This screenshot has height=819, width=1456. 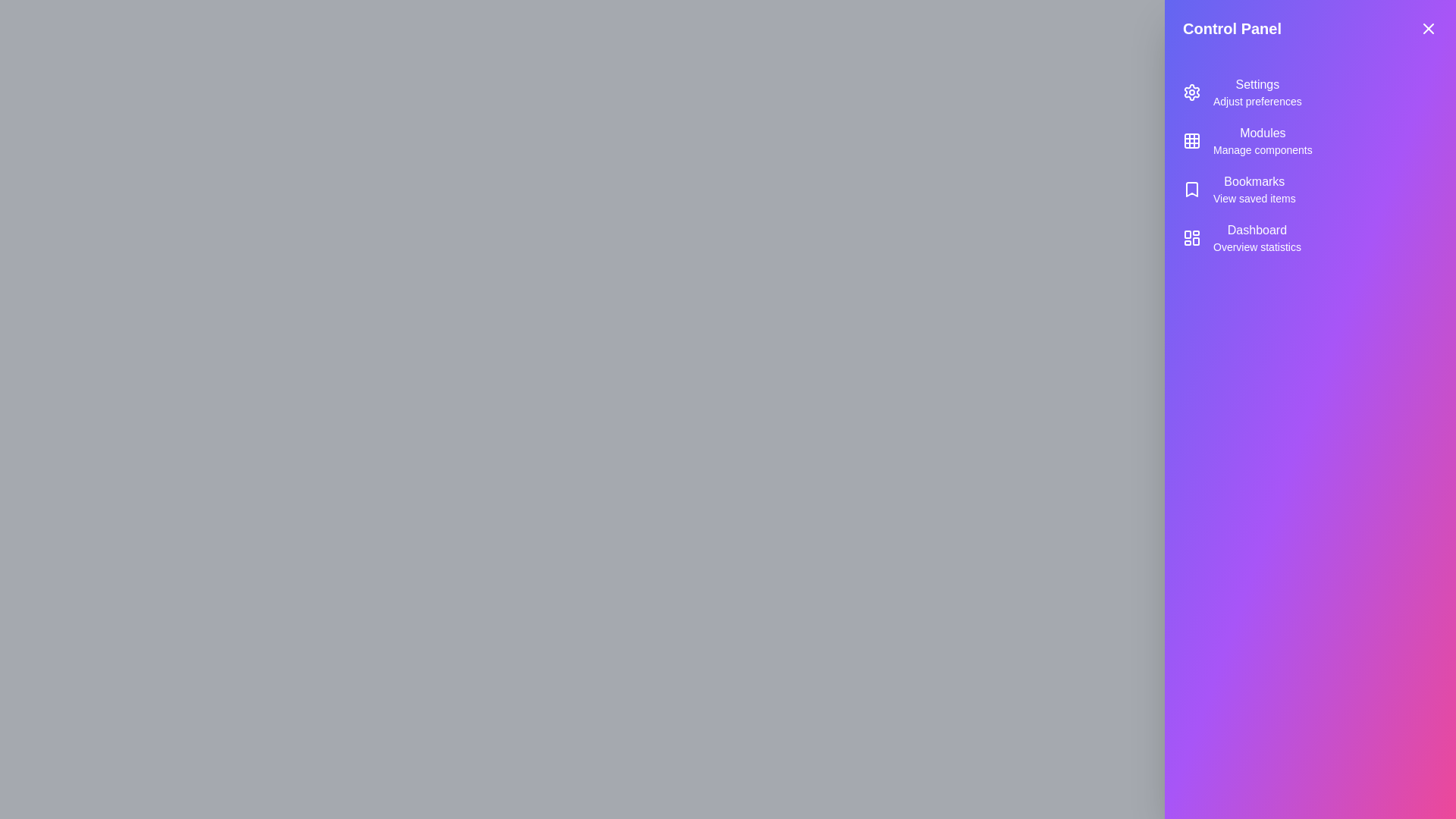 I want to click on the topmost text label in the vertical navigation menu that guides users to settings-related features, located above 'Adjust preferences', so click(x=1257, y=84).